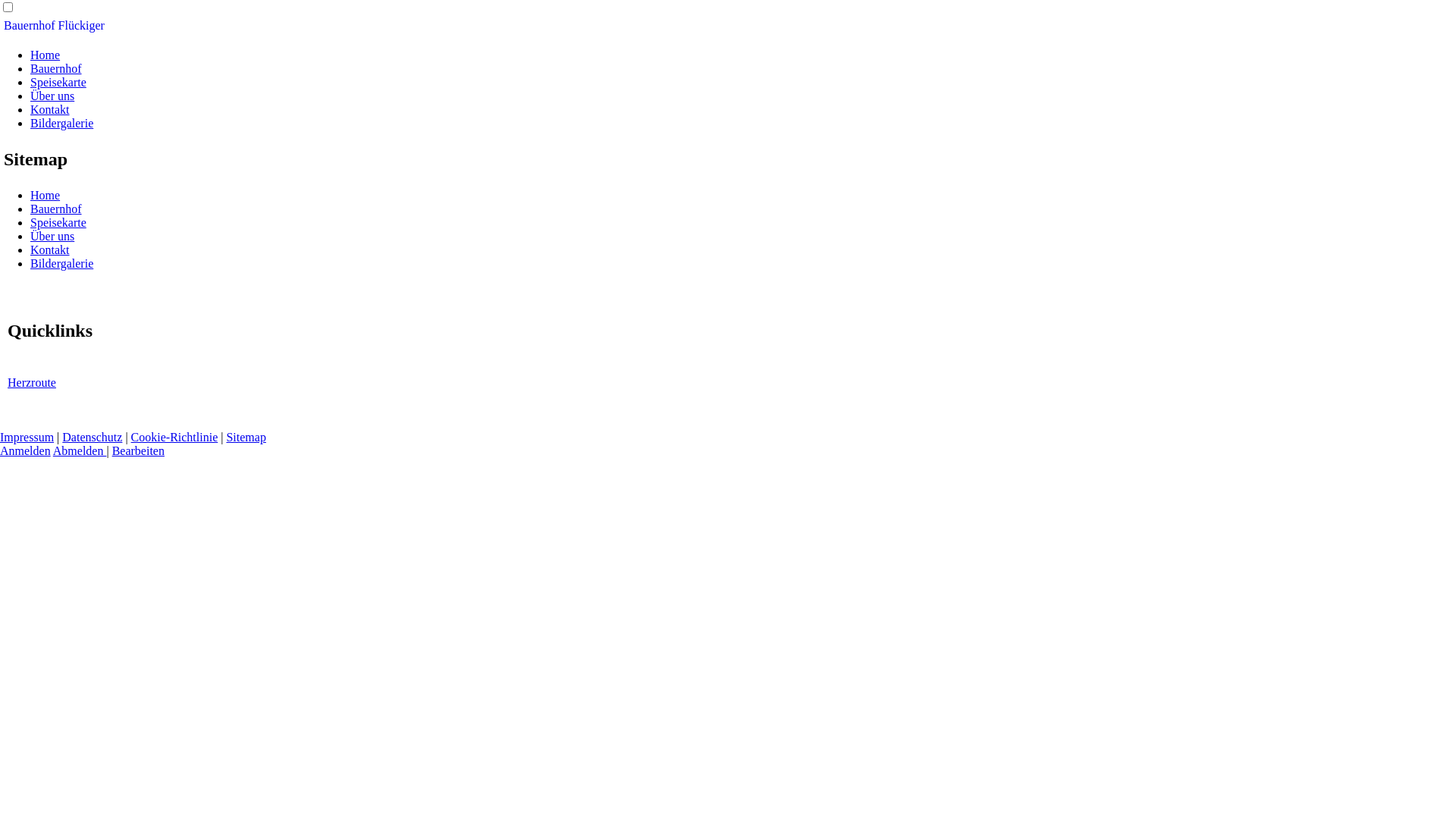 The height and width of the screenshot is (819, 1456). What do you see at coordinates (91, 437) in the screenshot?
I see `'Datenschutz'` at bounding box center [91, 437].